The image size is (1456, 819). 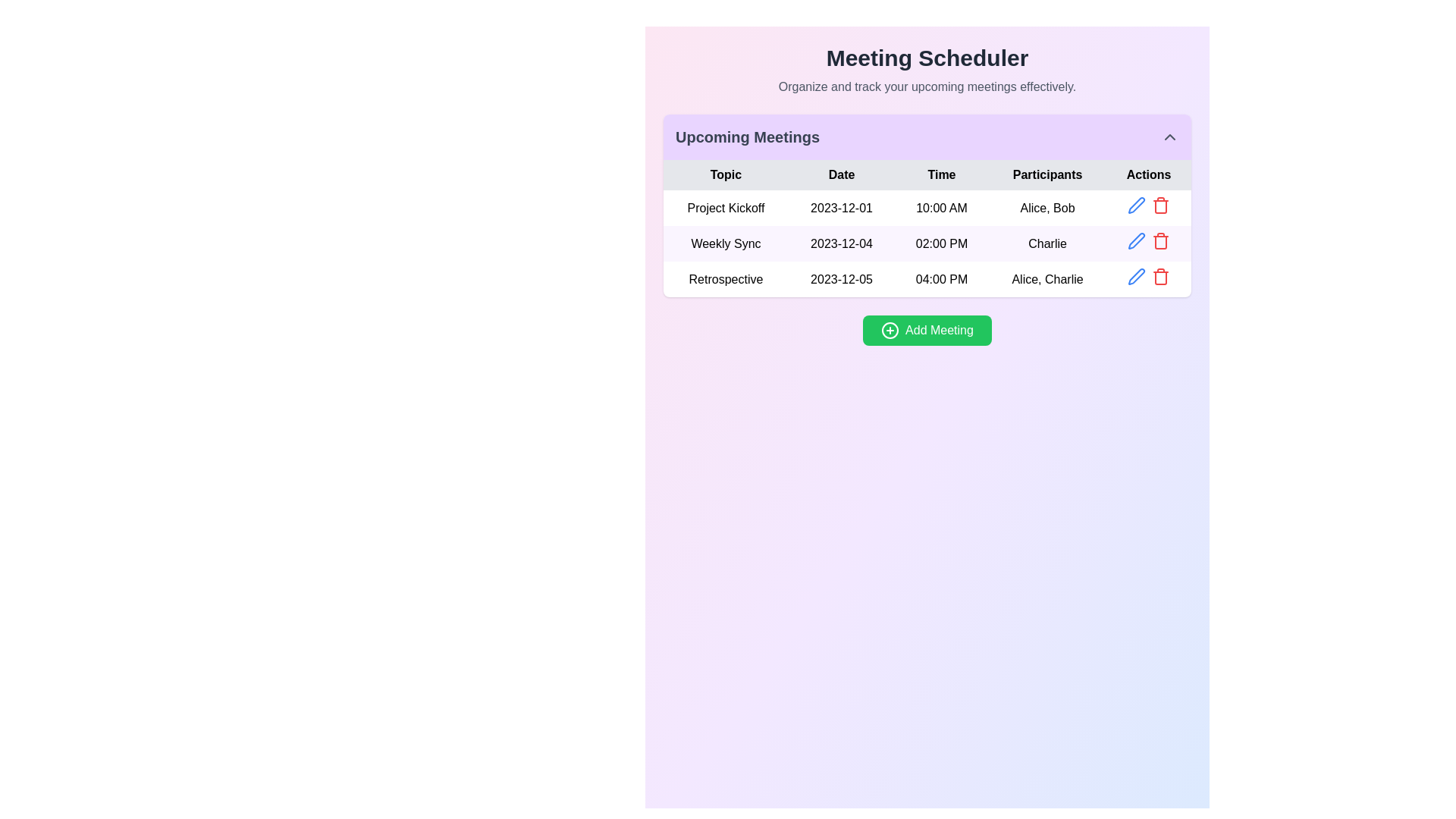 What do you see at coordinates (1160, 240) in the screenshot?
I see `the delete button for the 'Weekly Sync' meeting entry` at bounding box center [1160, 240].